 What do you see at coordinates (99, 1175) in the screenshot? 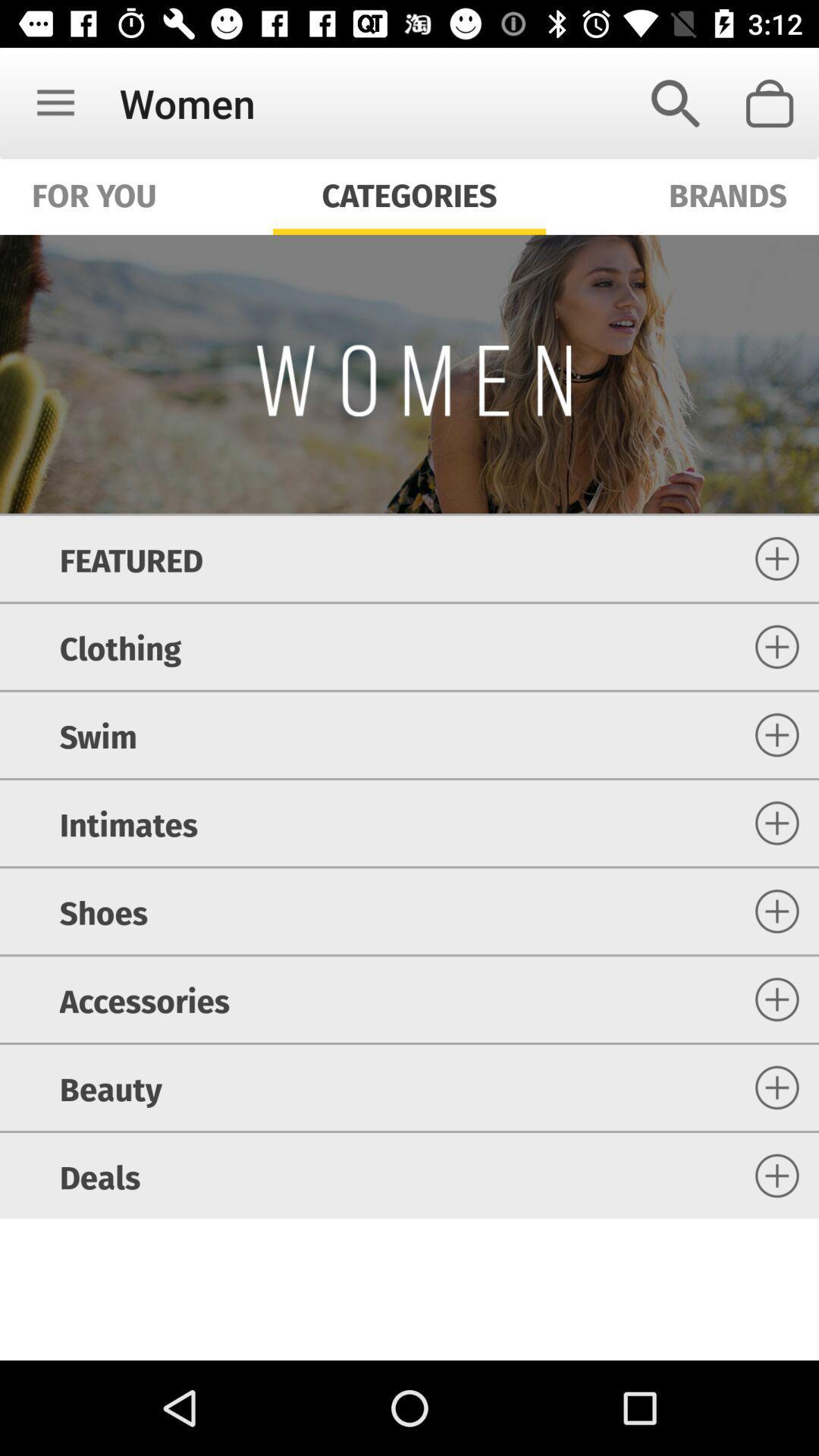
I see `the deals item` at bounding box center [99, 1175].